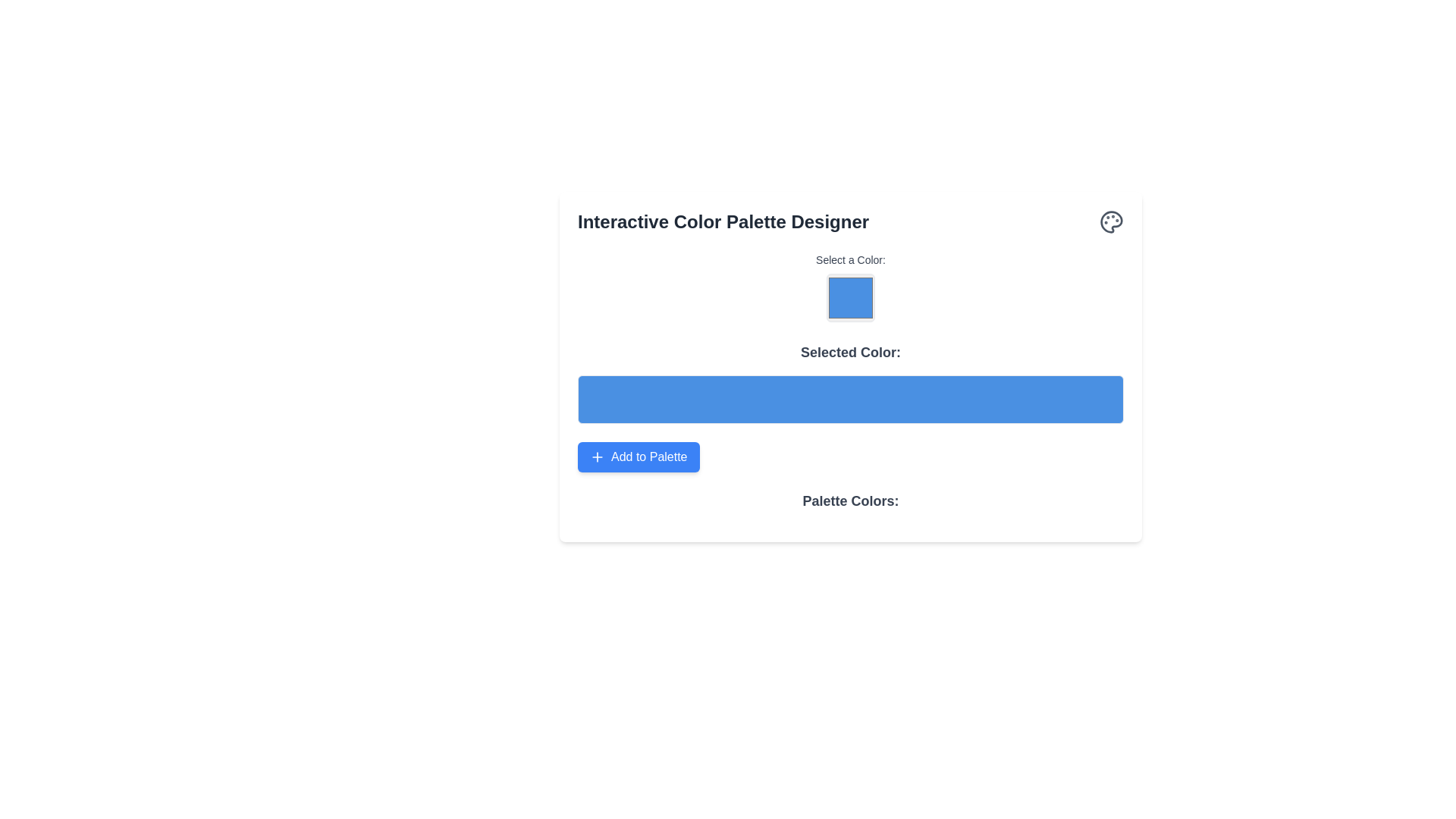 The height and width of the screenshot is (819, 1456). I want to click on the 'Interactive Color Palette Designer' text element, which is styled with bold, large, dark gray typography and accompanied by a palette icon, to trigger potential styling effects, so click(851, 222).